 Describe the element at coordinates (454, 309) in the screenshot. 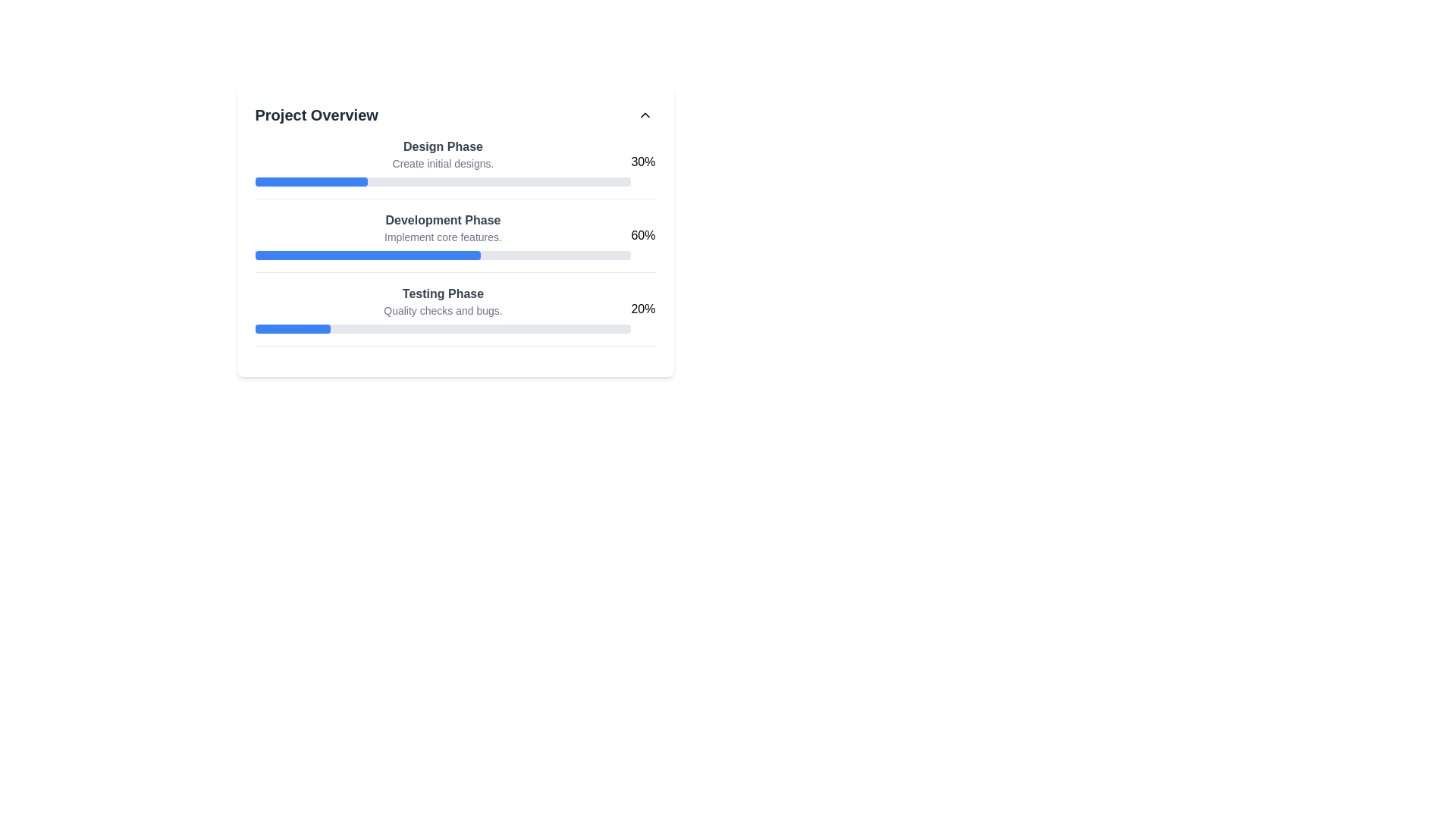

I see `the 'Testing Phase' progress bar to potentially see tooltip details` at that location.